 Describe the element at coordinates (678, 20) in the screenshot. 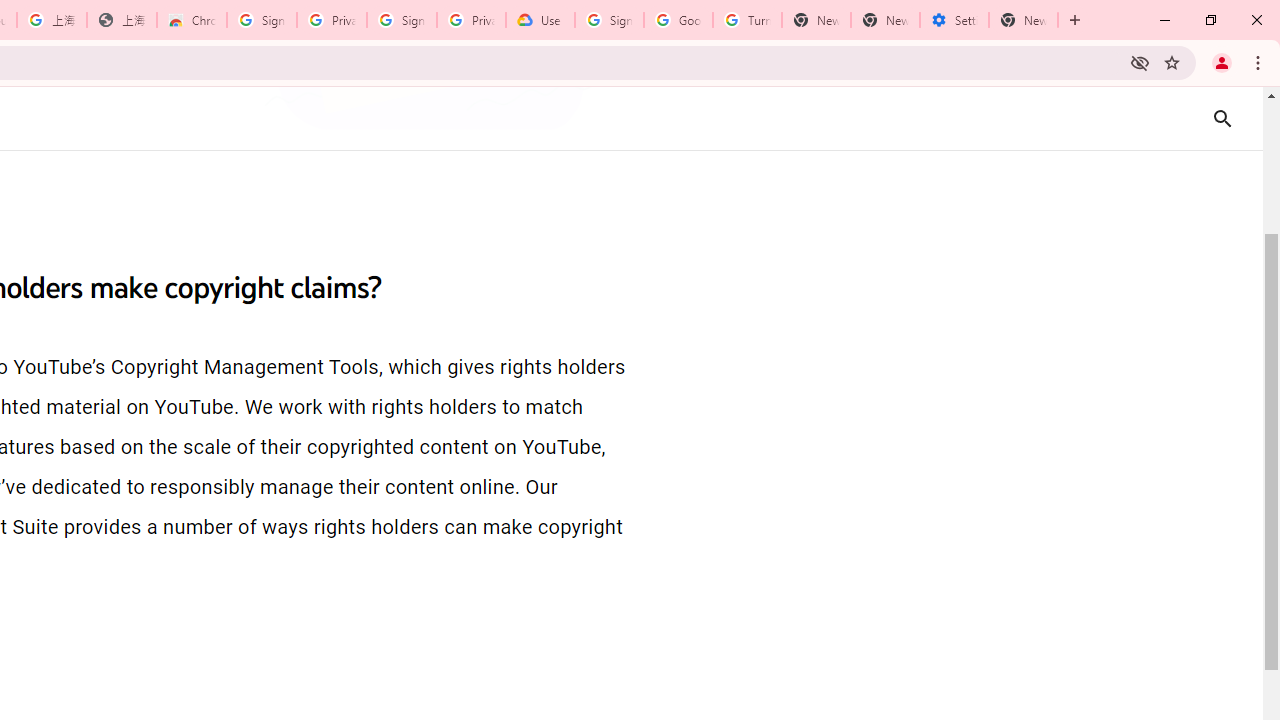

I see `'Google Account Help'` at that location.